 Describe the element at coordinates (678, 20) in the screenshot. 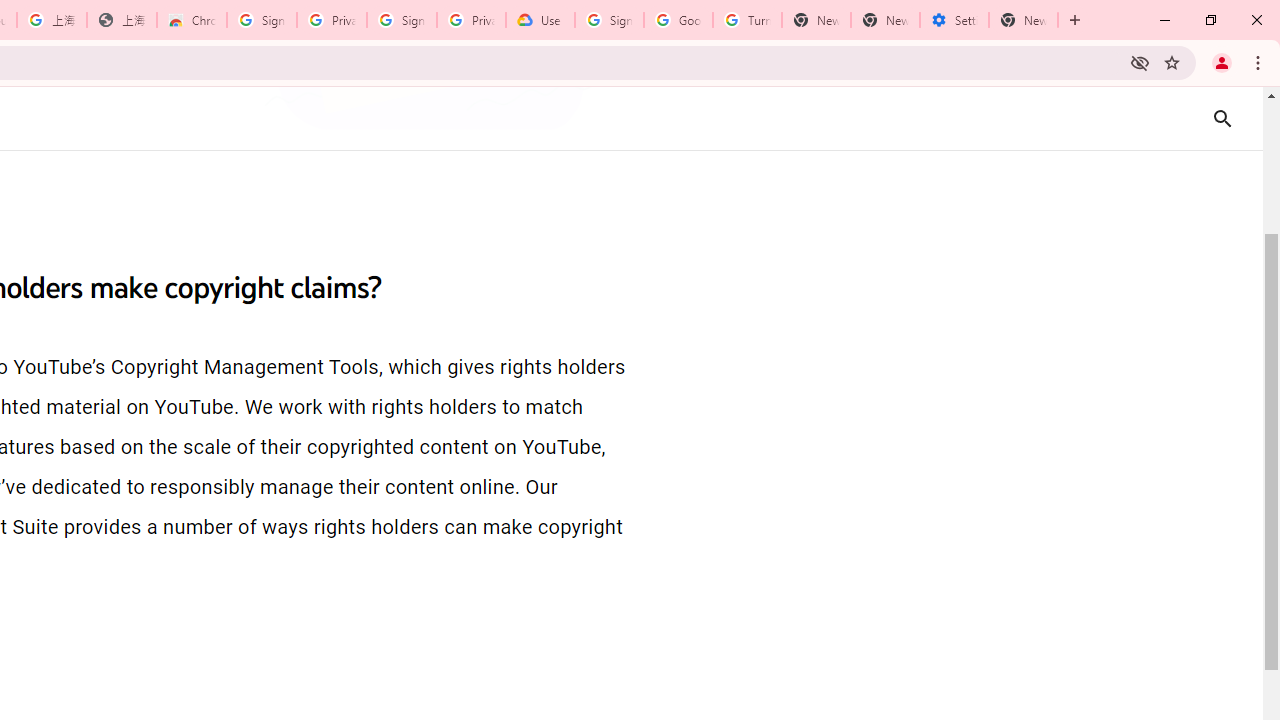

I see `'Google Account Help'` at that location.